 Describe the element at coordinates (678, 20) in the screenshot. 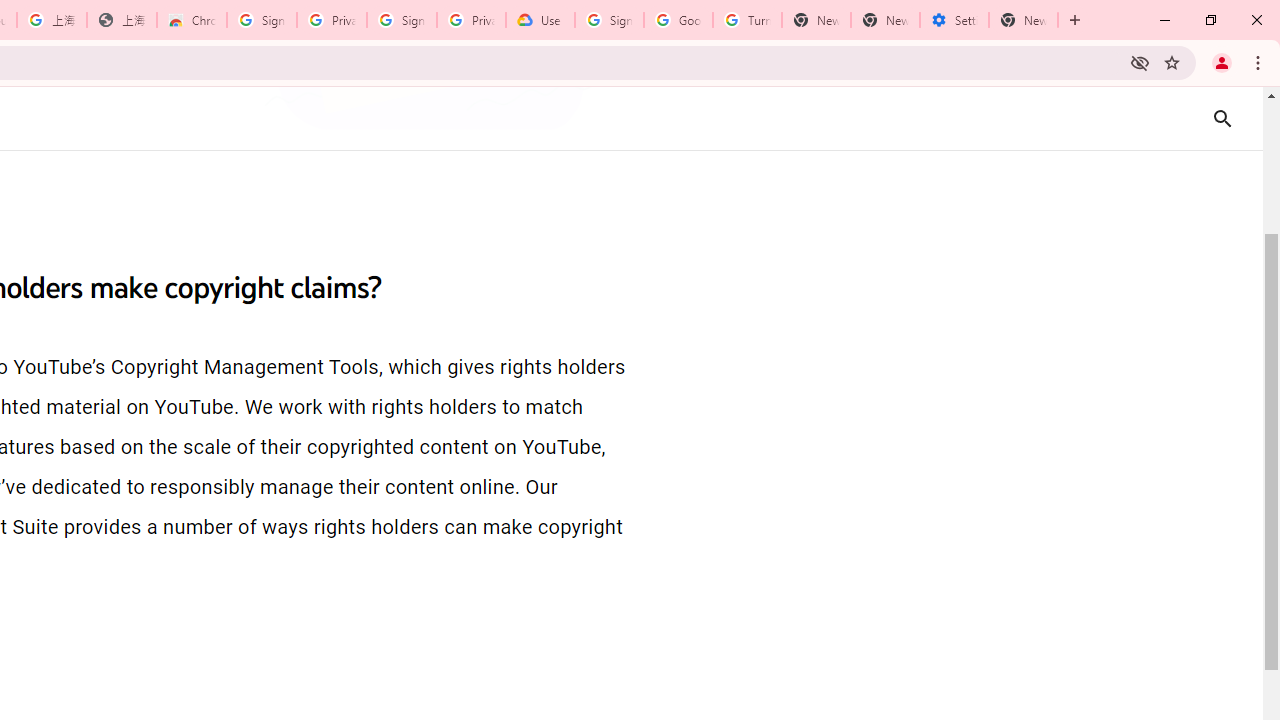

I see `'Google Account Help'` at that location.